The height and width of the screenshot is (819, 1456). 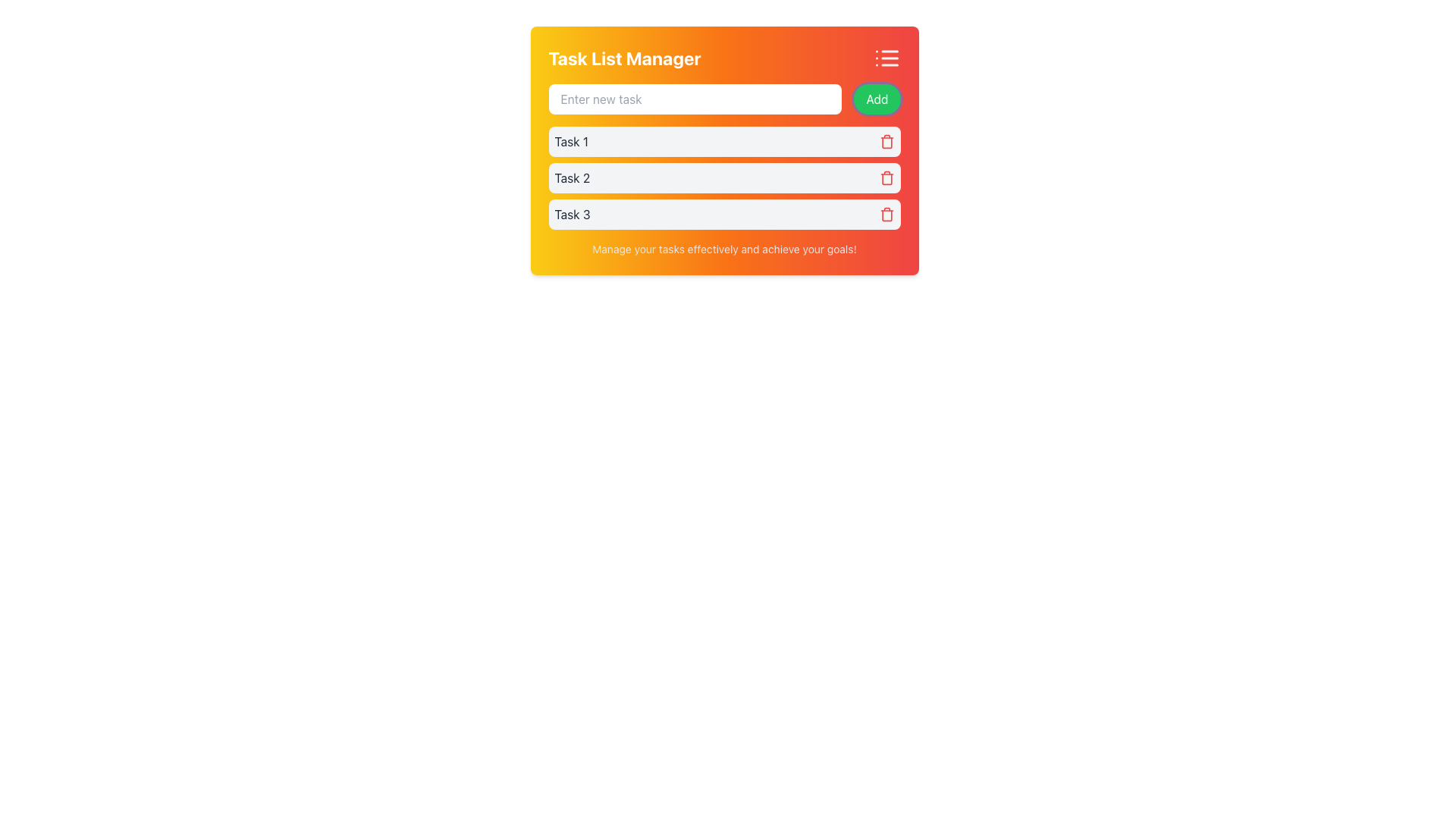 What do you see at coordinates (886, 214) in the screenshot?
I see `the delete button located to the far right of the 'Task 3' item in the task list section` at bounding box center [886, 214].